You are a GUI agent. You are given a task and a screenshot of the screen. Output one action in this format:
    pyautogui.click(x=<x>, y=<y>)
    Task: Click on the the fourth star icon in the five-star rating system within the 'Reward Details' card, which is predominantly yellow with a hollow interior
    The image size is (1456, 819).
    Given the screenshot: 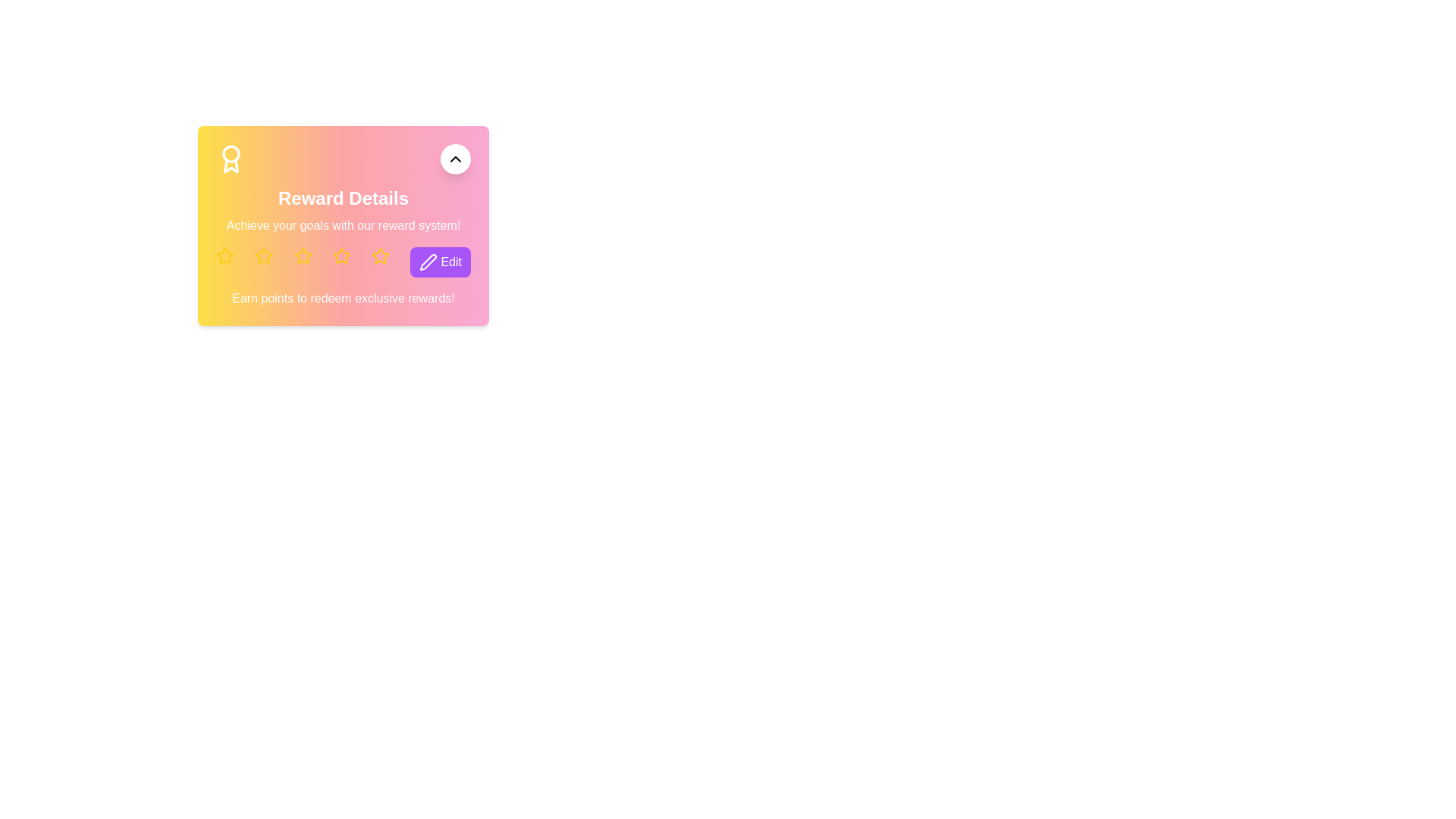 What is the action you would take?
    pyautogui.click(x=340, y=255)
    